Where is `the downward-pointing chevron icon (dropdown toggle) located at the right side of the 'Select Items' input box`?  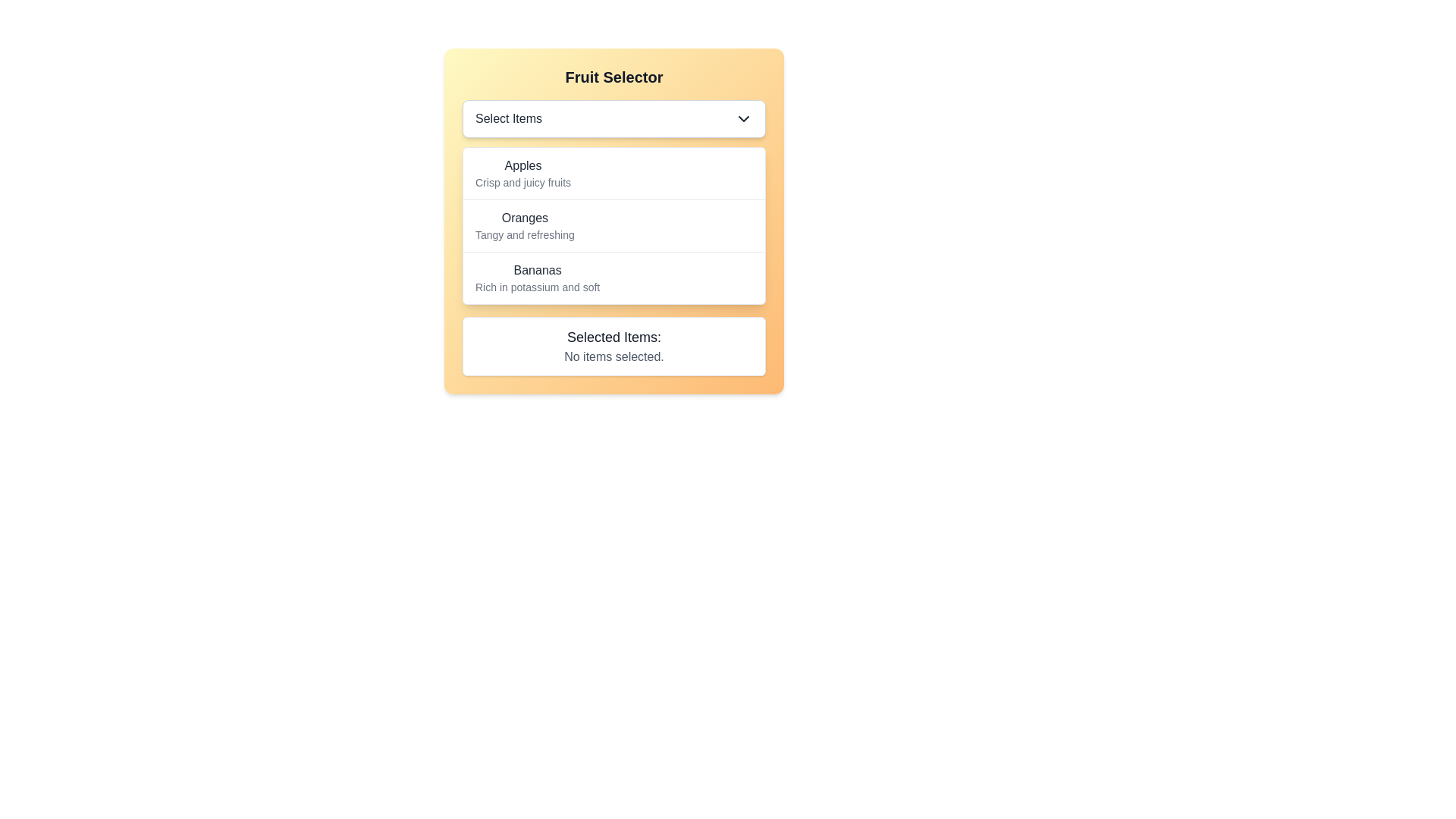
the downward-pointing chevron icon (dropdown toggle) located at the right side of the 'Select Items' input box is located at coordinates (743, 118).